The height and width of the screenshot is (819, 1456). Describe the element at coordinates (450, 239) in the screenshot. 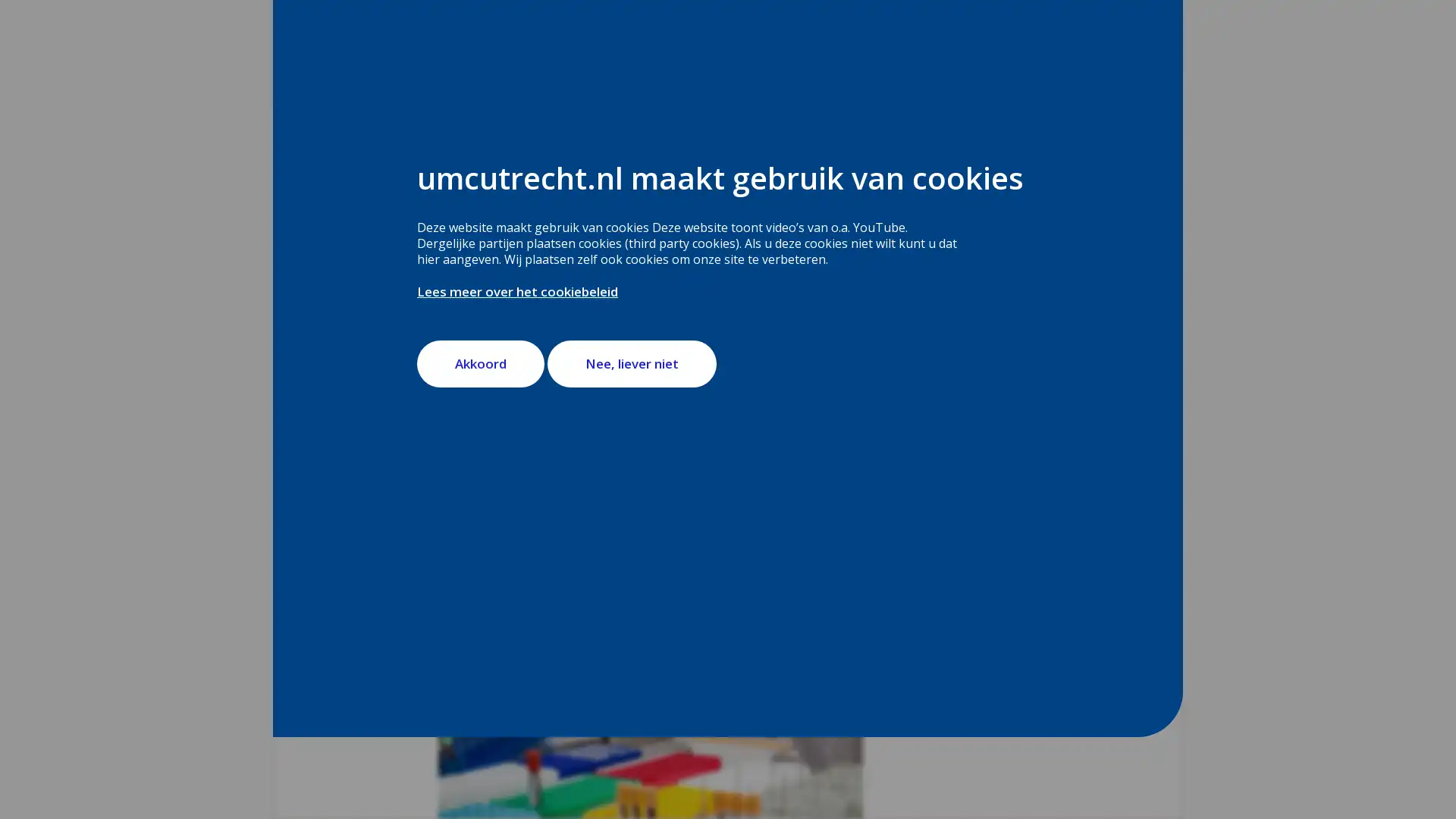

I see `webReader menu` at that location.